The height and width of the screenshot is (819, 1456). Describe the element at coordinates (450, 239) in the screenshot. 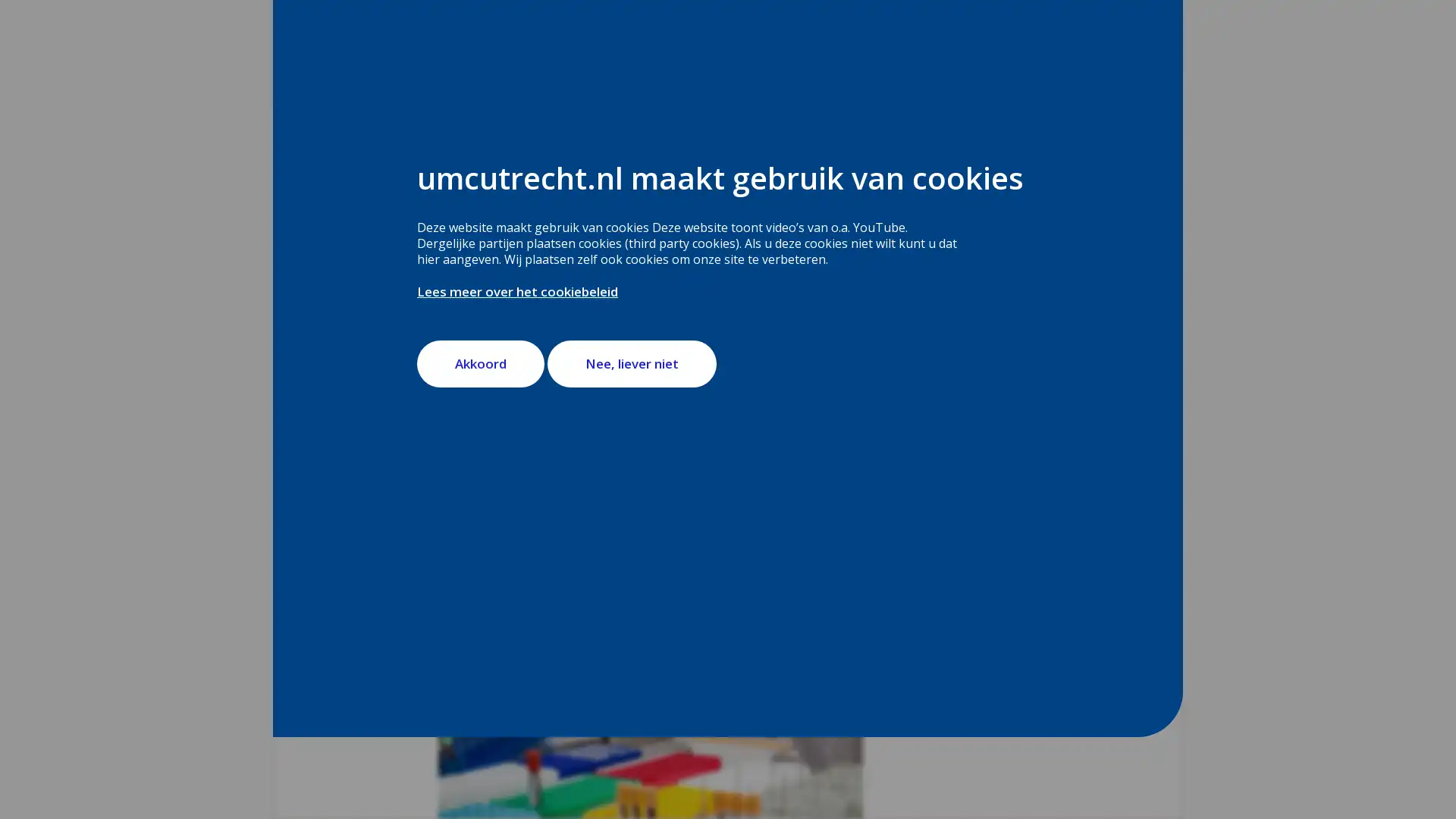

I see `webReader menu` at that location.